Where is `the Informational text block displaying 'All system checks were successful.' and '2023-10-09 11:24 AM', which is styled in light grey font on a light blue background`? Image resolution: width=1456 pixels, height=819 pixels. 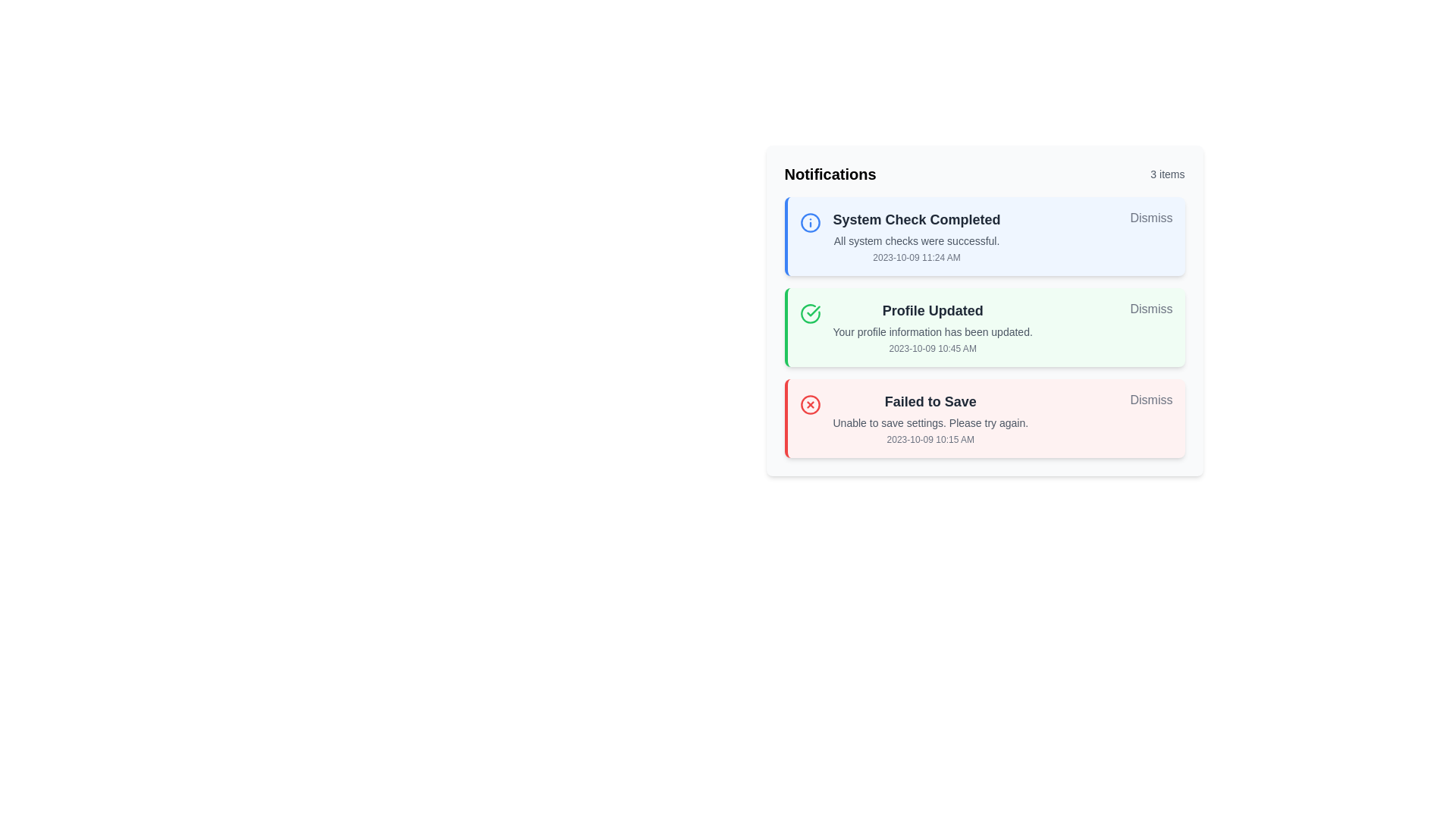 the Informational text block displaying 'All system checks were successful.' and '2023-10-09 11:24 AM', which is styled in light grey font on a light blue background is located at coordinates (916, 247).